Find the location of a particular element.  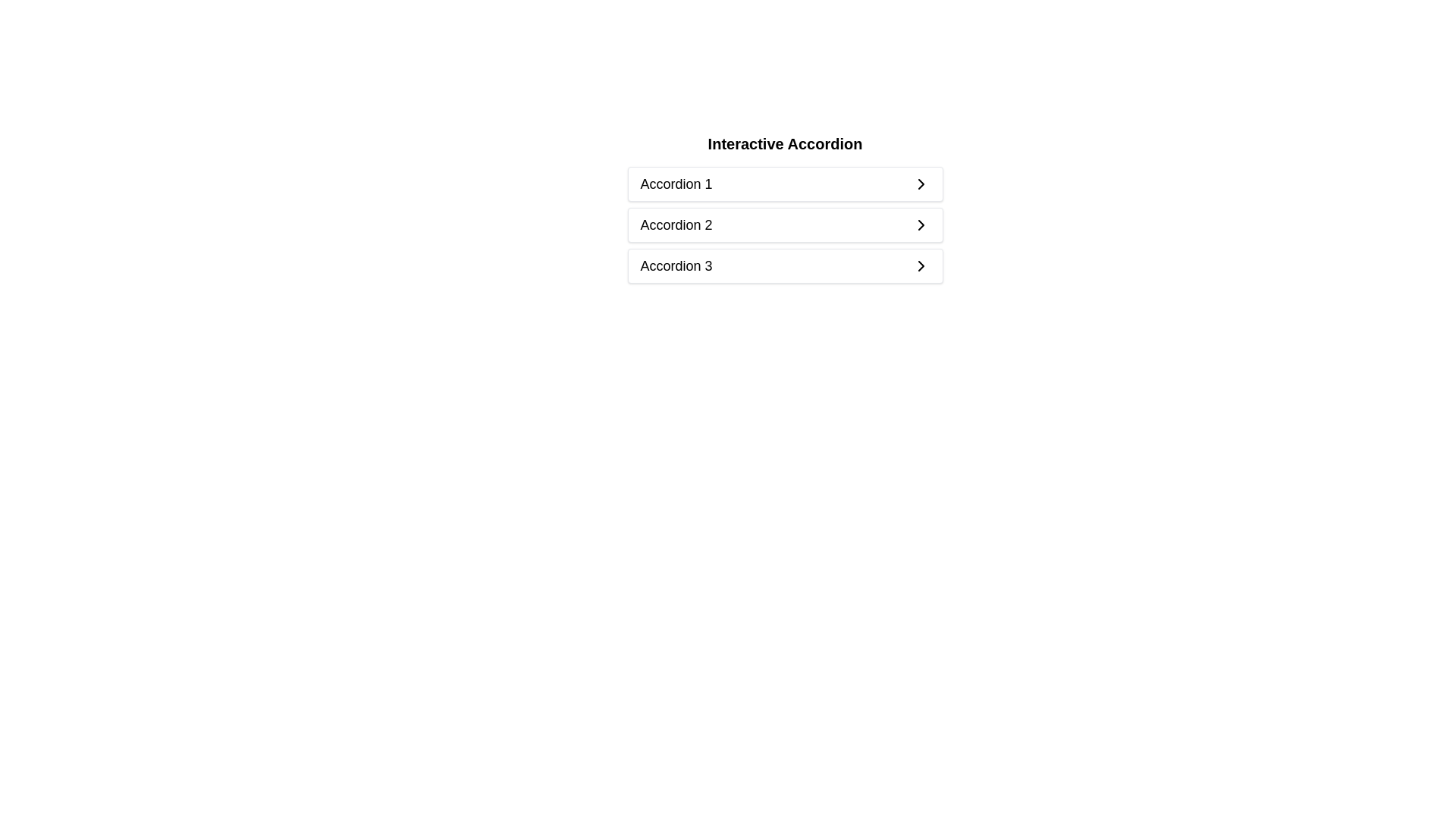

the static text label that displays the name of the first accordion item, located near the left side of the first row in a vertical list of accordion options is located at coordinates (676, 184).